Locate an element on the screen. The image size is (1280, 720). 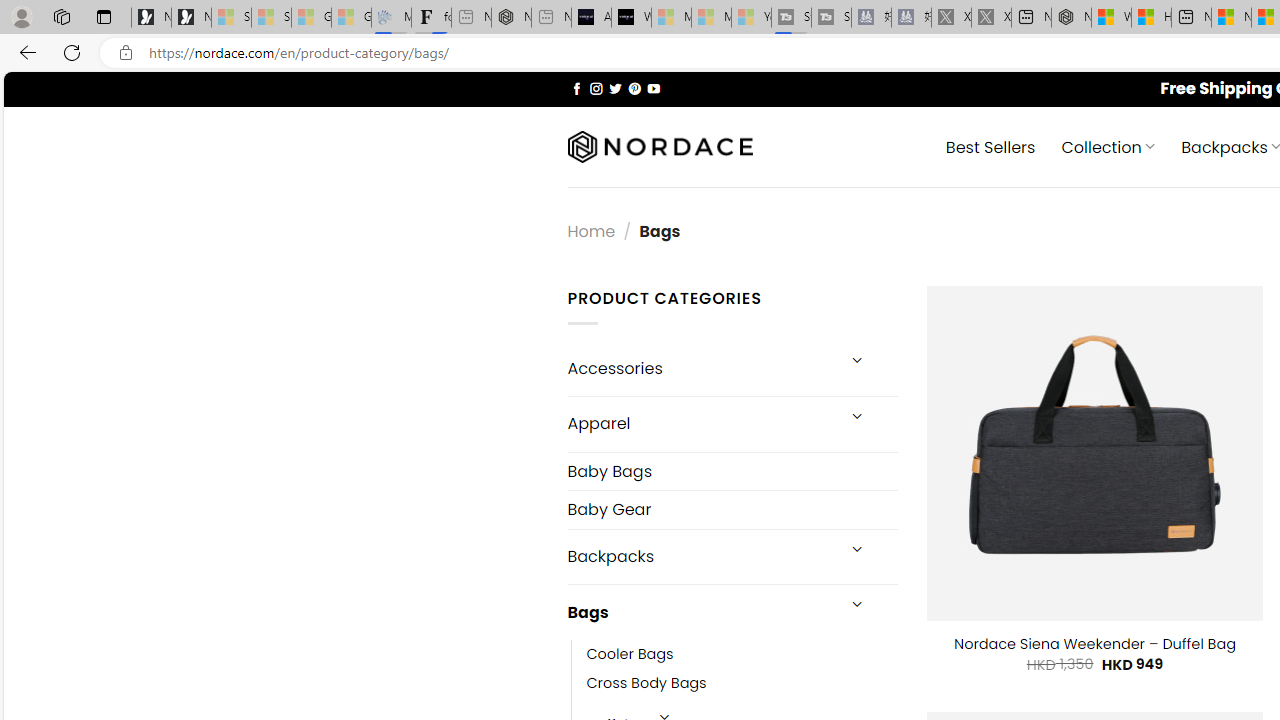
'Microsoft Start - Sleeping' is located at coordinates (711, 17).